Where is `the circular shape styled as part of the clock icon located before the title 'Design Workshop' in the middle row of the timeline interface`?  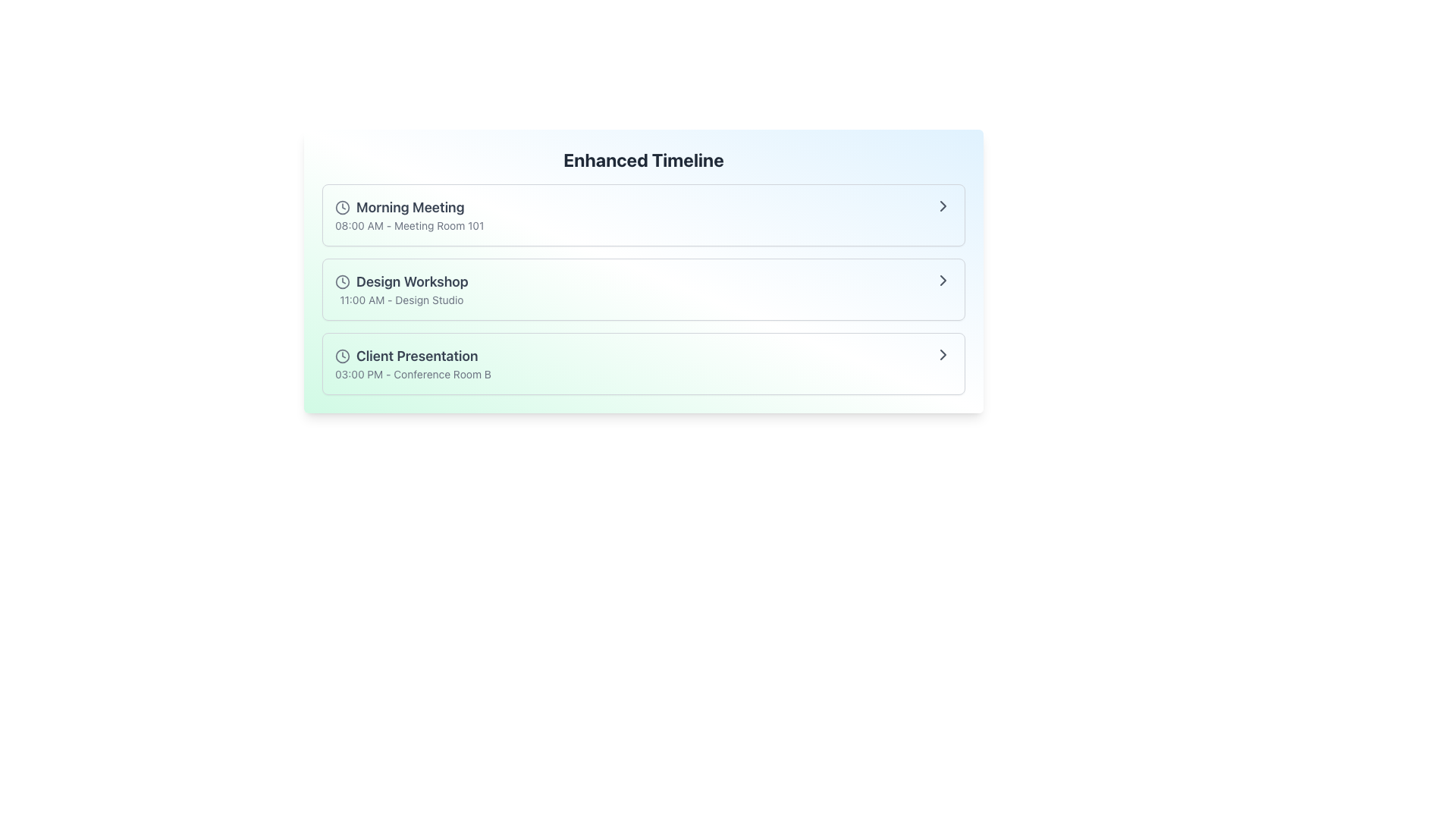 the circular shape styled as part of the clock icon located before the title 'Design Workshop' in the middle row of the timeline interface is located at coordinates (341, 281).